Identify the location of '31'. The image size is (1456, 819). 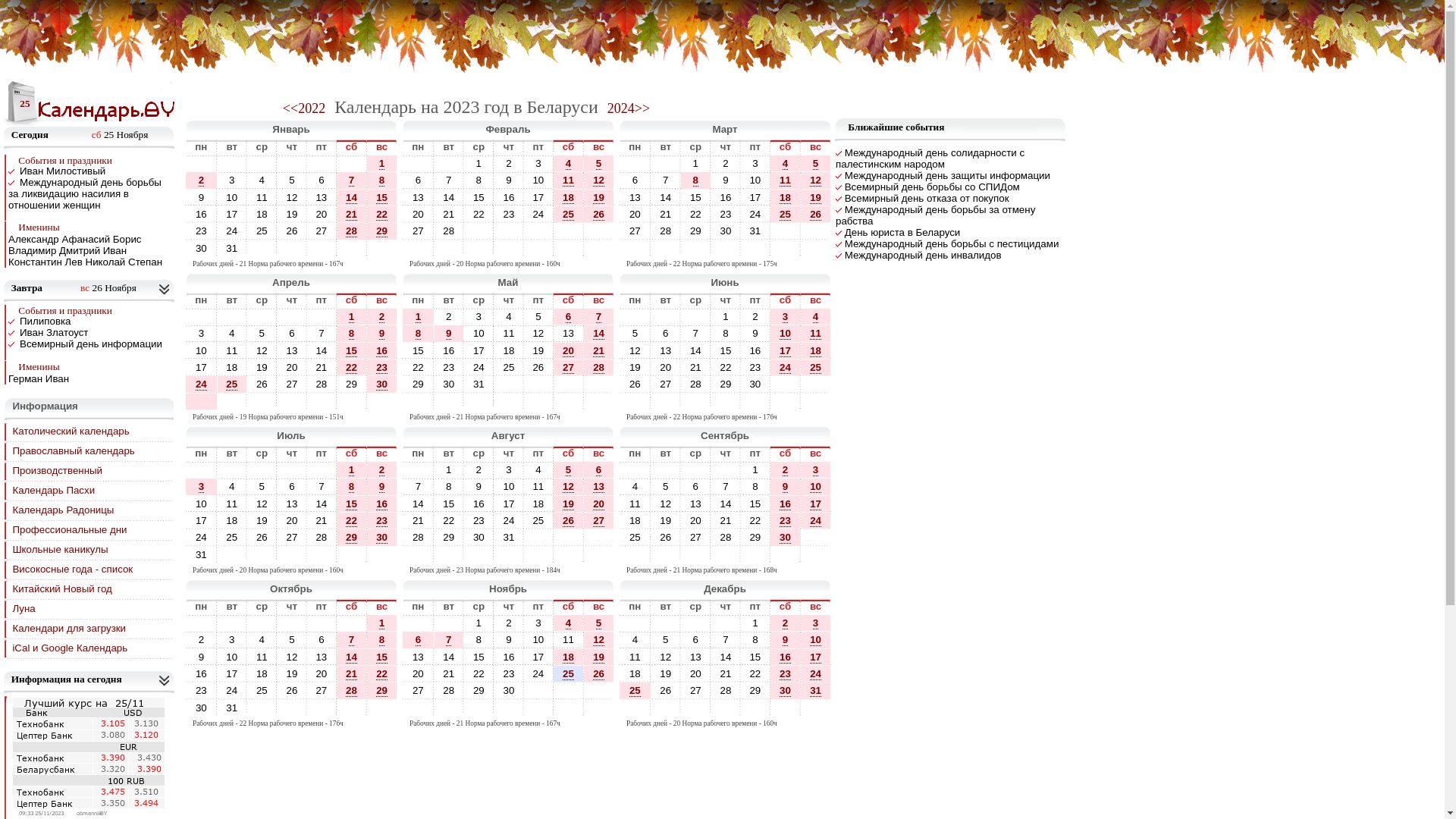
(231, 708).